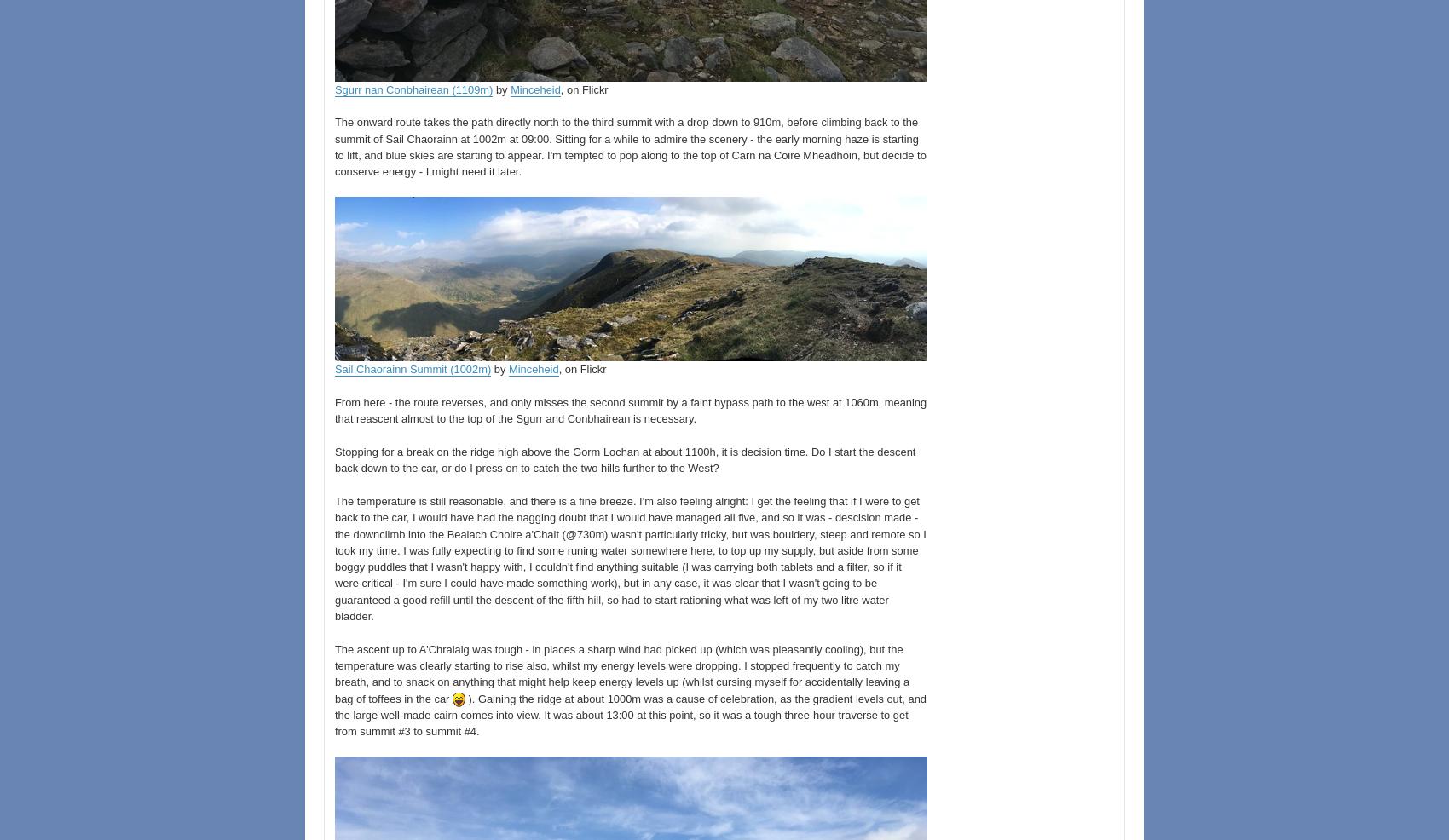 The image size is (1449, 840). Describe the element at coordinates (334, 713) in the screenshot. I see `'). Gaining the ridge at about 1000m was a cause of celebration, as the gradient levels out, and the large well-made cairn comes into view. It was about 13:00 at this point, so it was a tough three-hour traverse to get from summit #3 to summit #4.'` at that location.